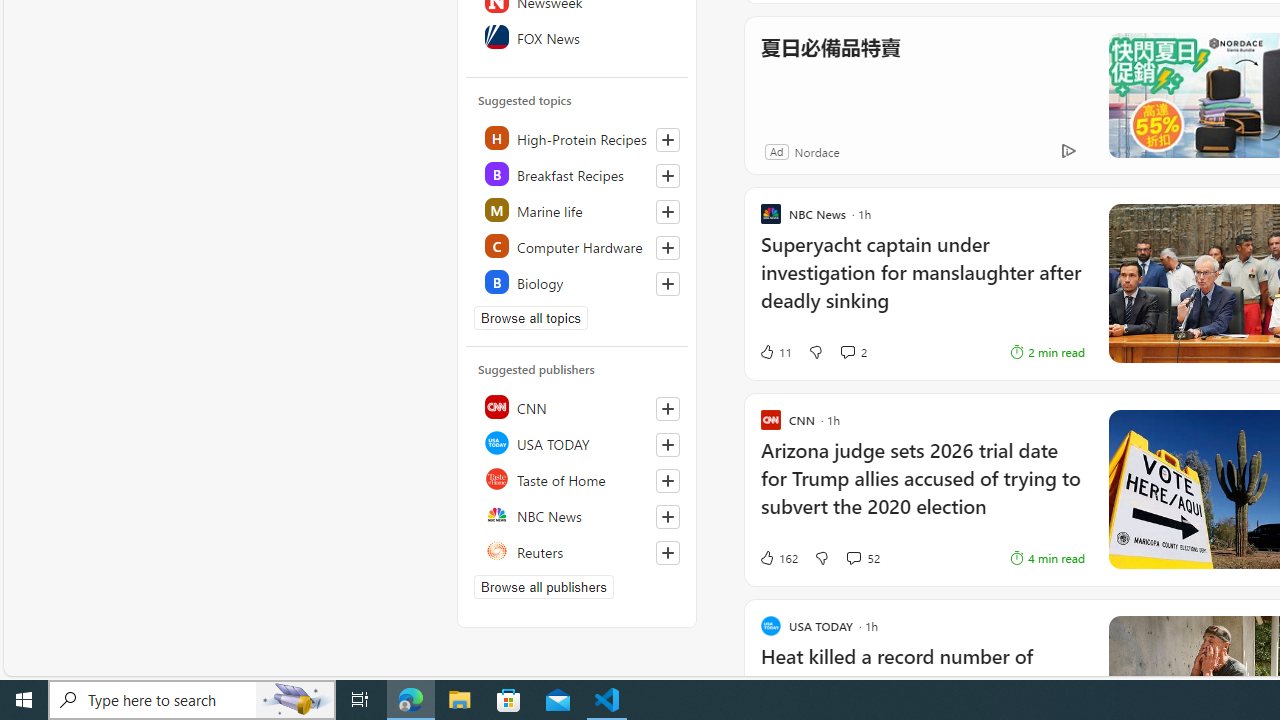 This screenshot has height=720, width=1280. Describe the element at coordinates (777, 558) in the screenshot. I see `'162 Like'` at that location.